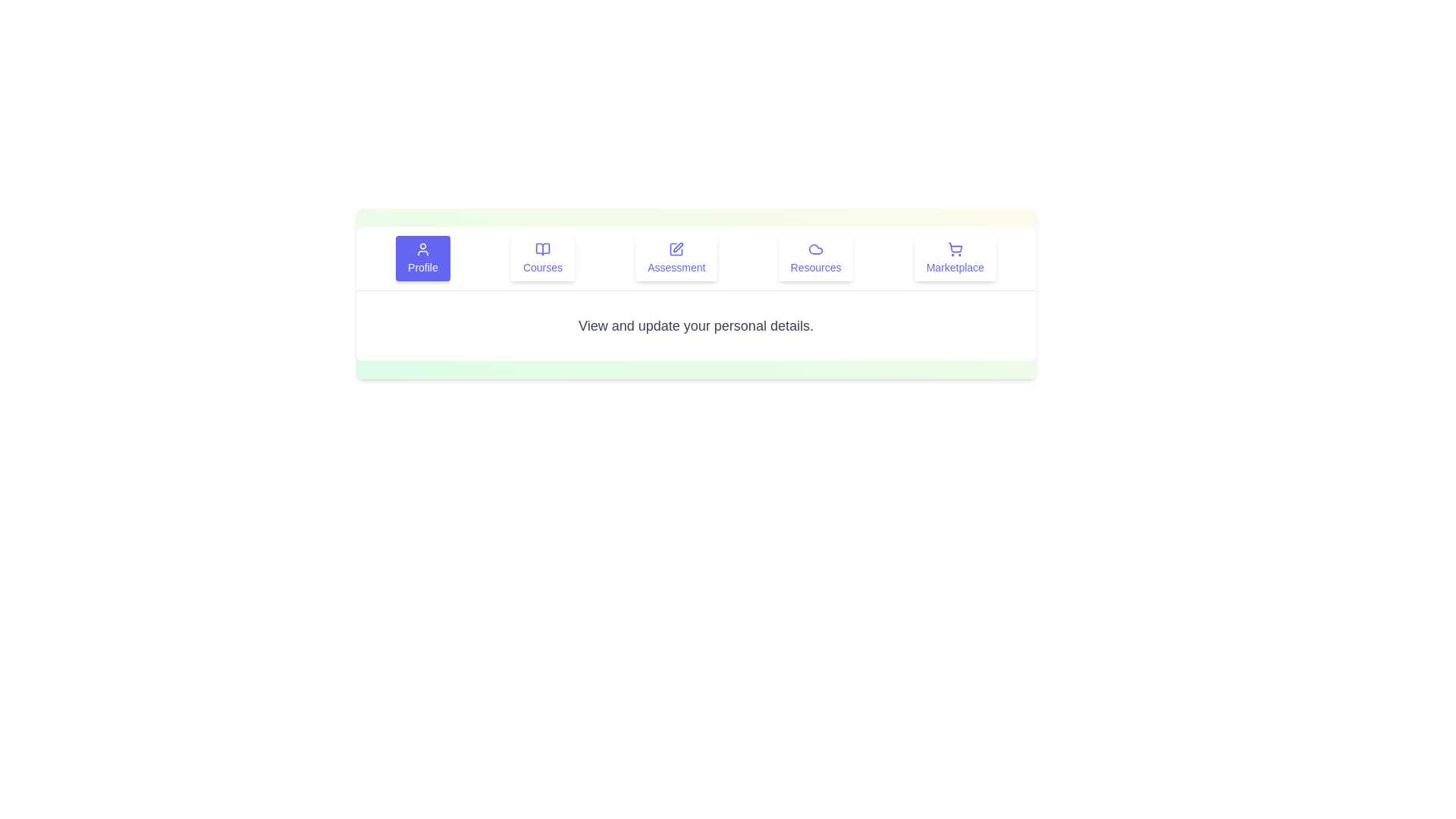 Image resolution: width=1456 pixels, height=819 pixels. What do you see at coordinates (677, 246) in the screenshot?
I see `the editing icon in the 'Assessment' module located in the horizontal navigation menu bar, positioned between the 'Courses' and 'Resources' cards` at bounding box center [677, 246].